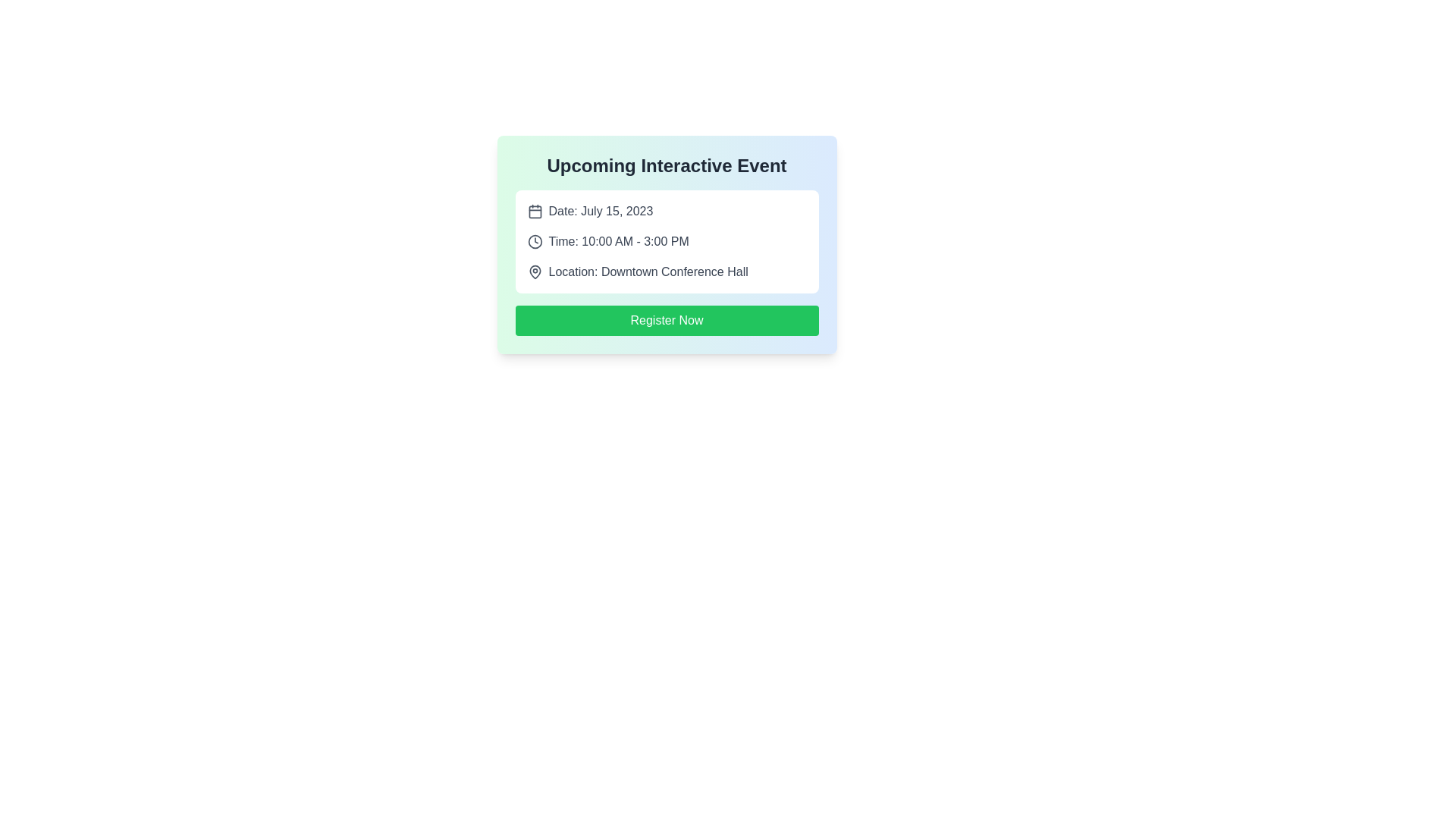  I want to click on the outer circular outline of the clock SVG icon, which is located left of the 'Time' label and adjacent to the time text, so click(535, 241).